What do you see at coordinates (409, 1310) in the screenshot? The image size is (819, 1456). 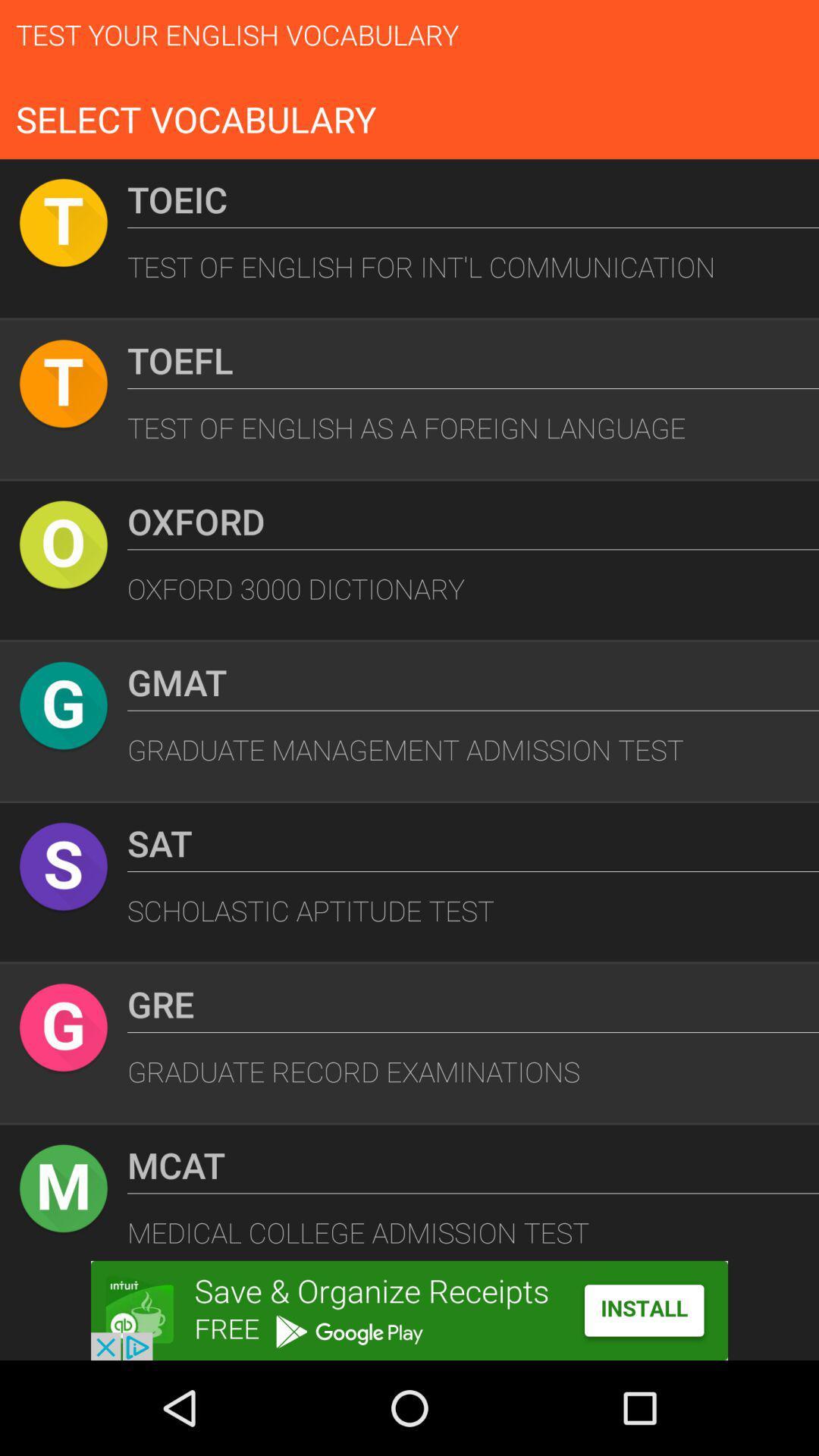 I see `install` at bounding box center [409, 1310].